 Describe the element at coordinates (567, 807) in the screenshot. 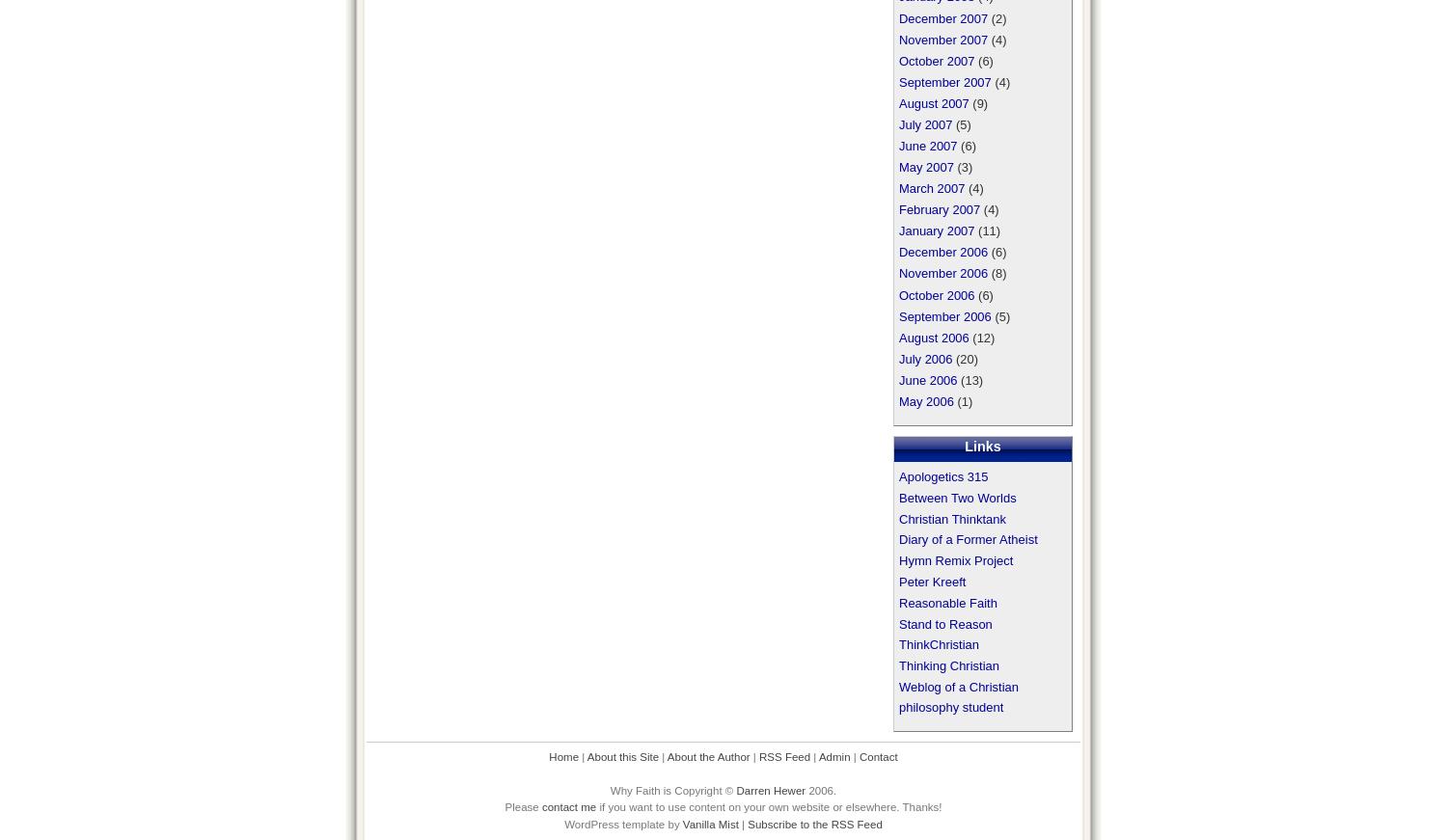

I see `'contact me'` at that location.